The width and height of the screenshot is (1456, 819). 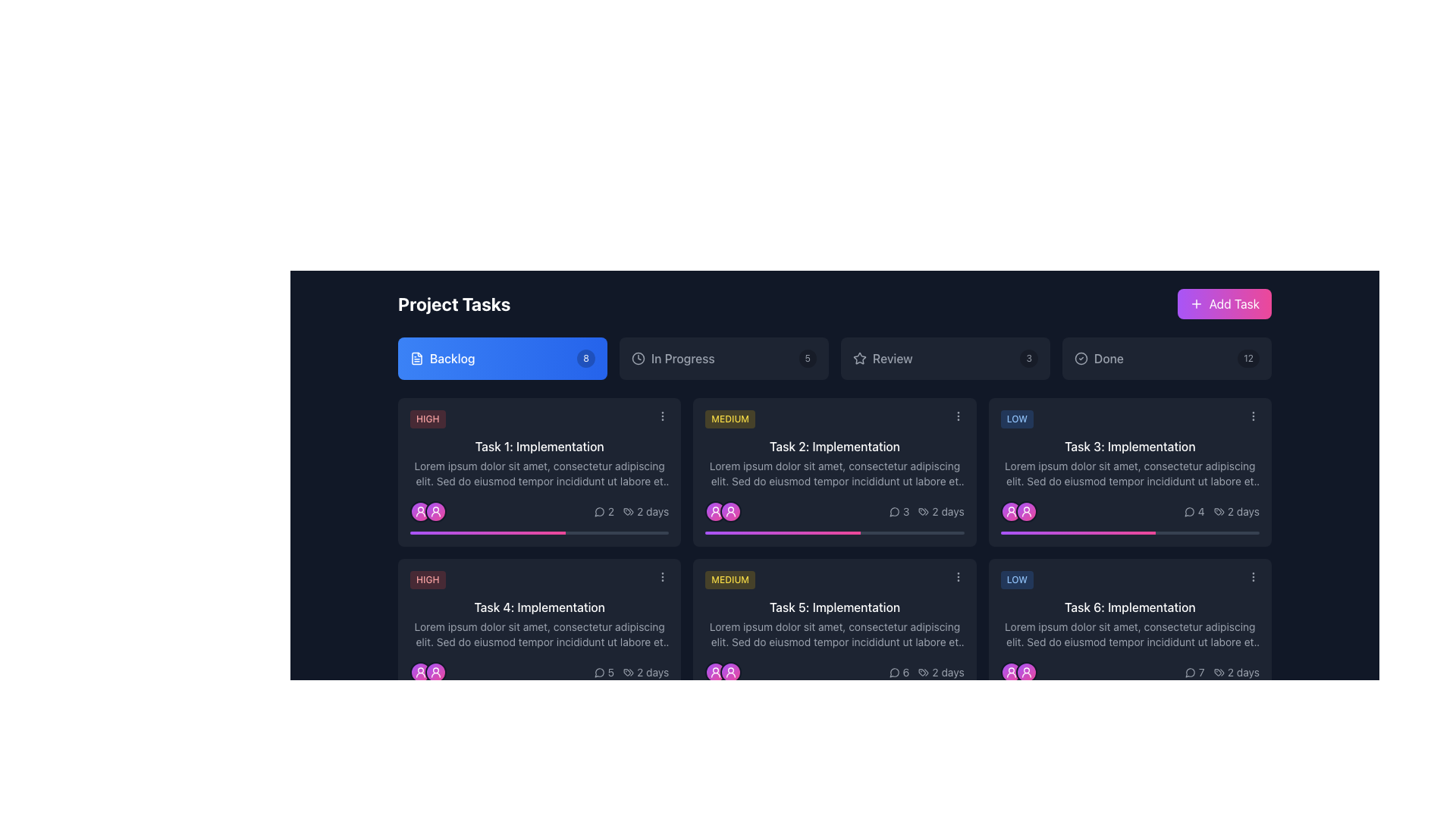 I want to click on the compact icon resembling two intersecting tags located to the left of the '2 days' text within the task card, so click(x=629, y=512).